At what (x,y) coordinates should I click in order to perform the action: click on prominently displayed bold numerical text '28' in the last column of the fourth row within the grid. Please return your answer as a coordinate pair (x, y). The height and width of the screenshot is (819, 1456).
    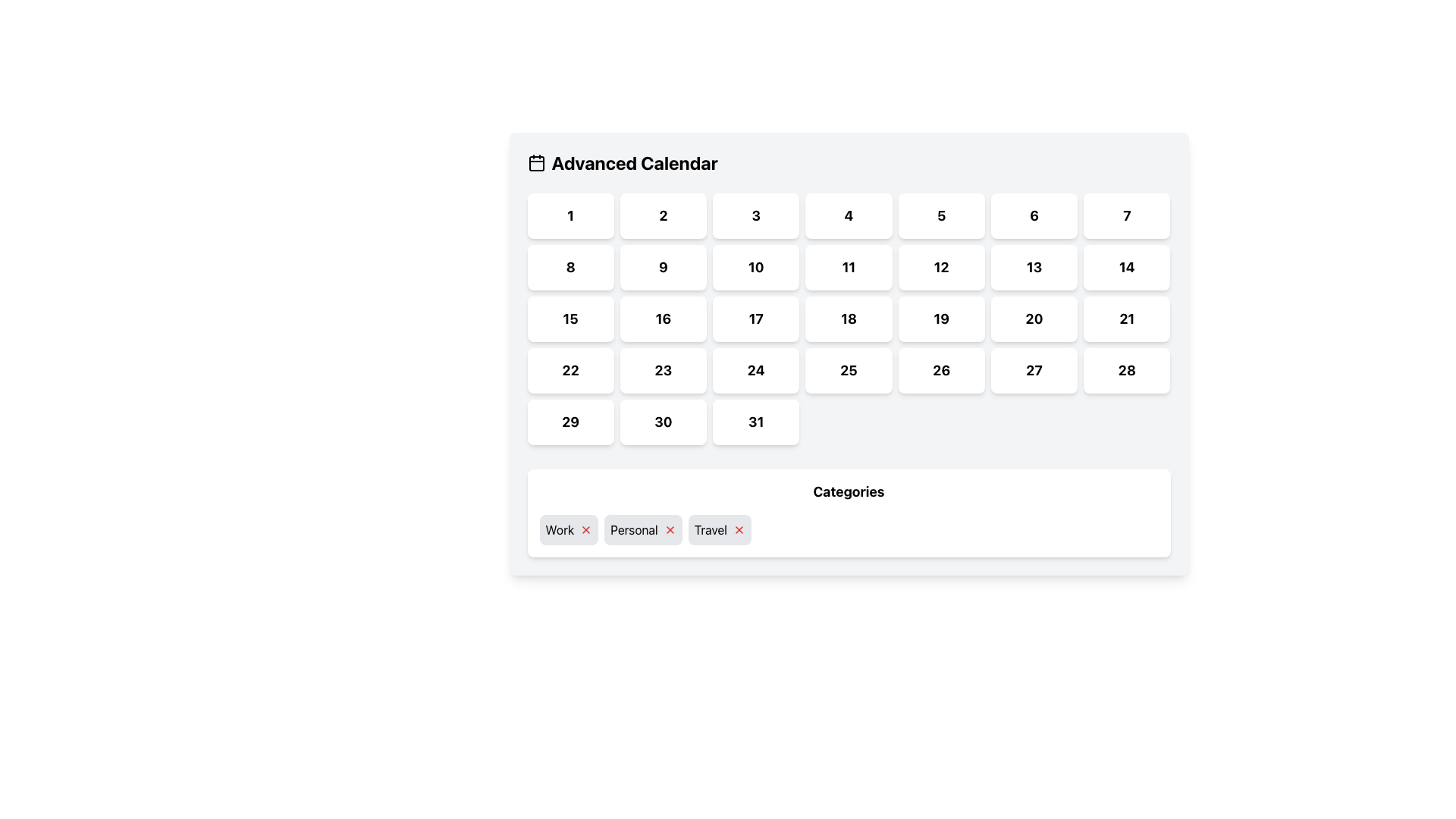
    Looking at the image, I should click on (1127, 370).